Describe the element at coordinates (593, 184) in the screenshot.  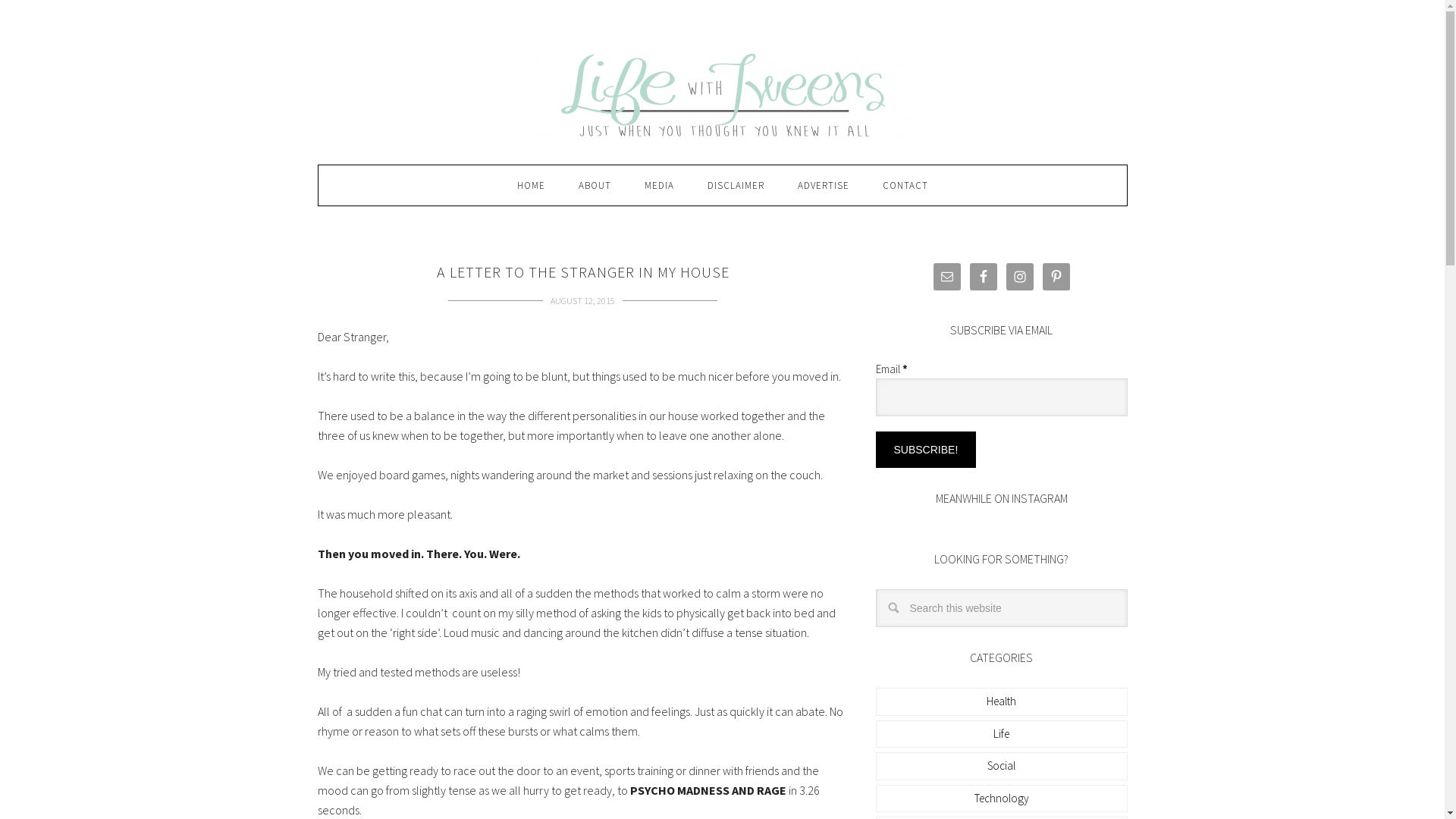
I see `'ABOUT'` at that location.